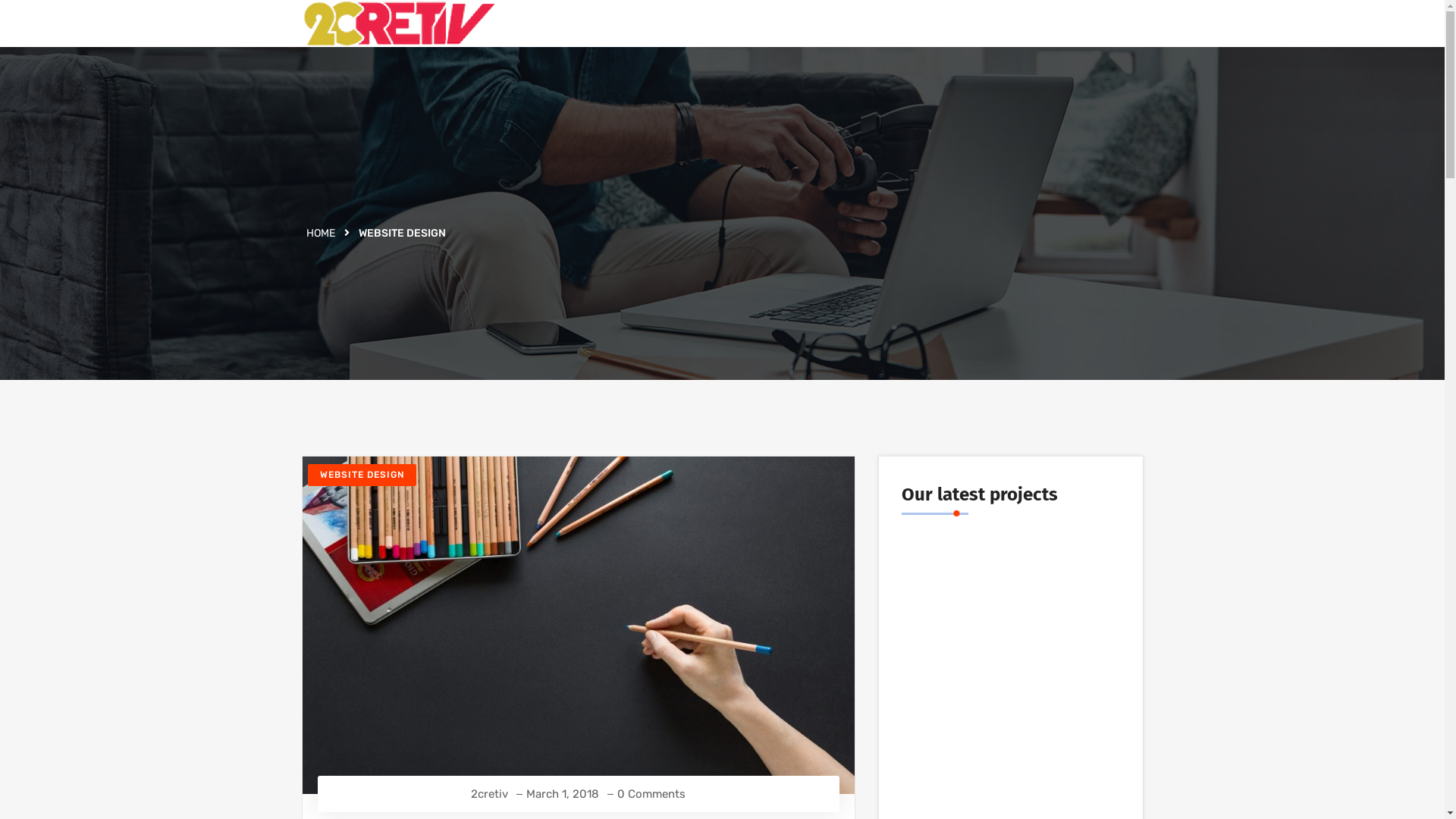 The height and width of the screenshot is (819, 1456). I want to click on 'HOME', so click(305, 233).